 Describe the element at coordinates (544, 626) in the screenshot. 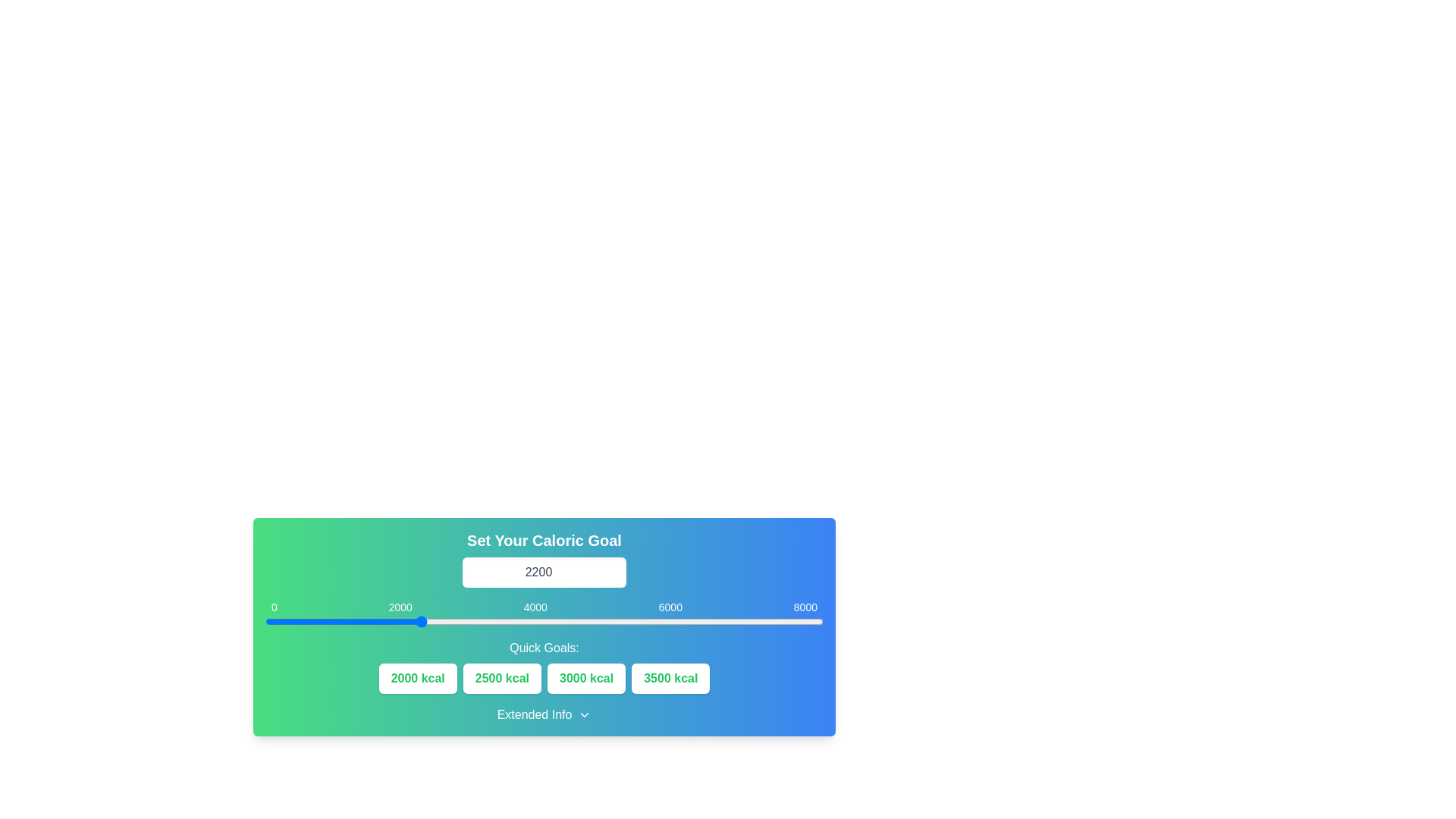

I see `the Interactive and Display Panel titled 'Set Your Caloric Goal' for interactive feedback` at that location.